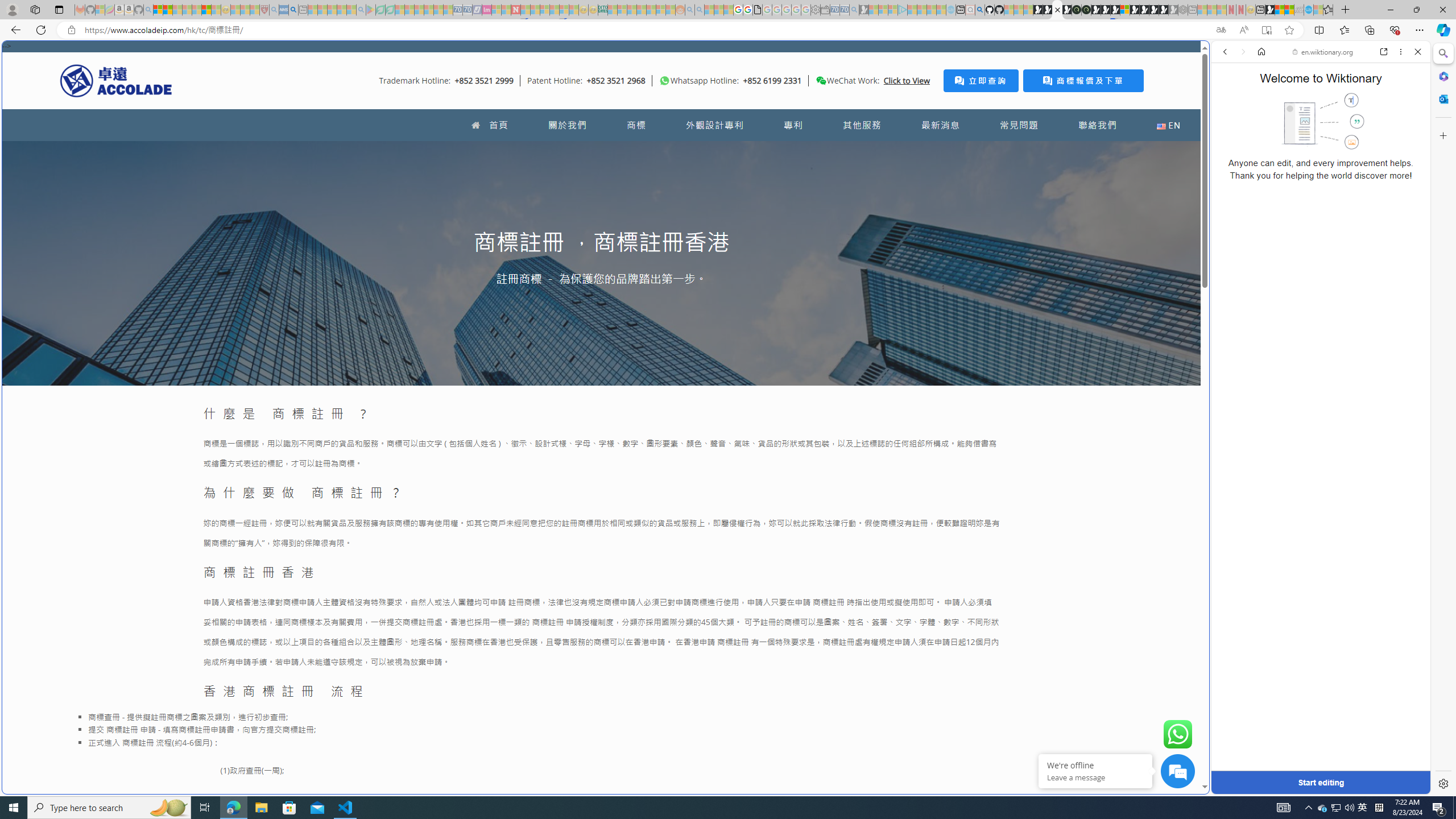  Describe the element at coordinates (197, 9) in the screenshot. I see `'New Report Confirms 2023 Was Record Hot | Watch - Sleeping'` at that location.